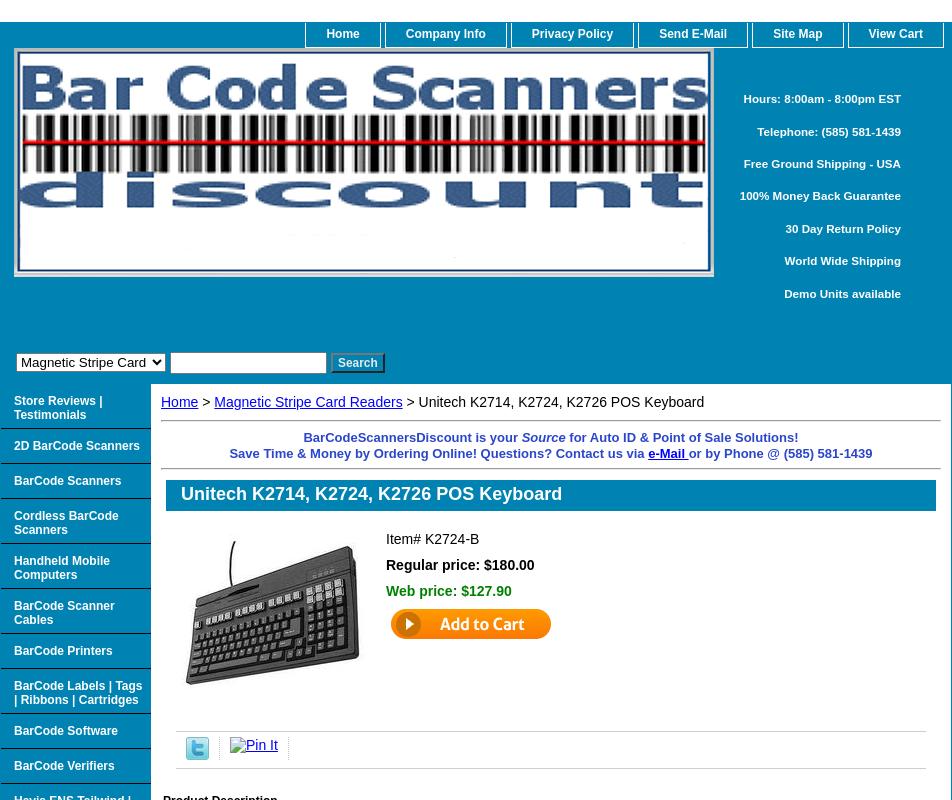  What do you see at coordinates (821, 162) in the screenshot?
I see `'Free Ground Shipping - USA'` at bounding box center [821, 162].